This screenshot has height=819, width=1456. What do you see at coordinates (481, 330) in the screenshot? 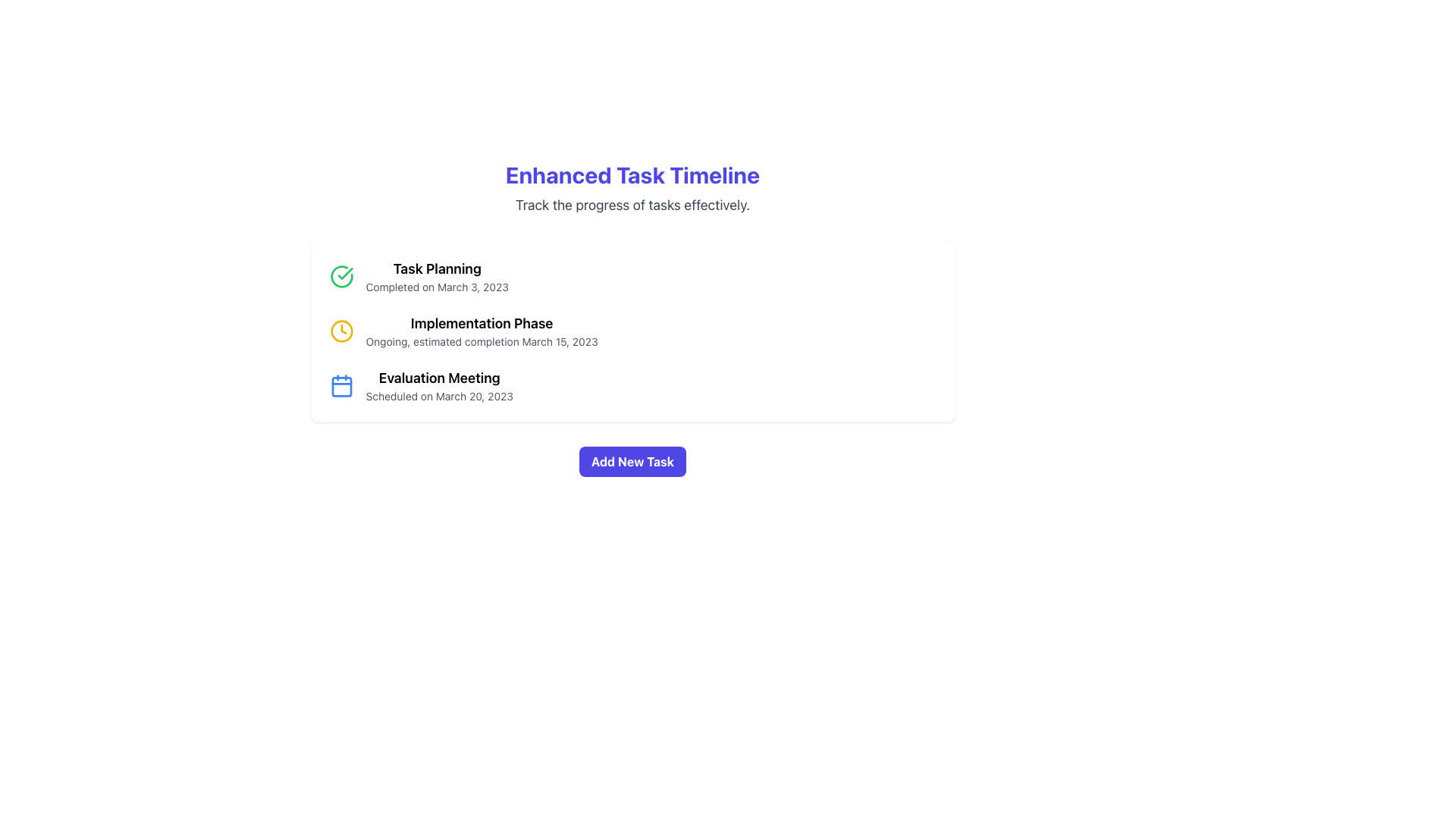
I see `text block that contains 'Implementation Phase' in bold and 'Ongoing, estimated completion March 15, 2023' in smaller gray text, positioned between a yellow clock icon and white space` at bounding box center [481, 330].